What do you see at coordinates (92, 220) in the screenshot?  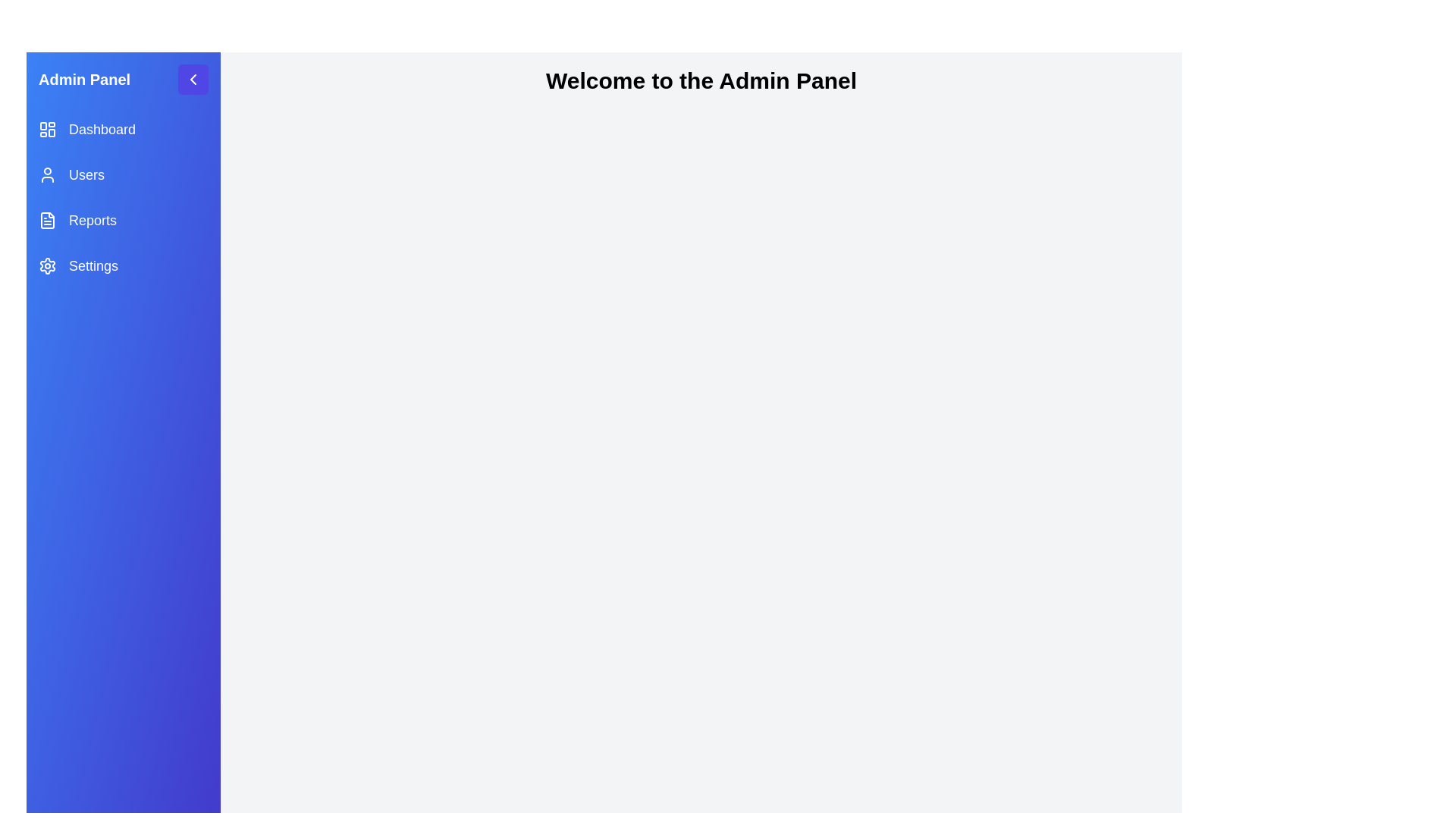 I see `the 'Reports' label, which is styled in bold, white sans-serif font and located on the blue vertical navigation bar, positioned to the right of a document icon` at bounding box center [92, 220].